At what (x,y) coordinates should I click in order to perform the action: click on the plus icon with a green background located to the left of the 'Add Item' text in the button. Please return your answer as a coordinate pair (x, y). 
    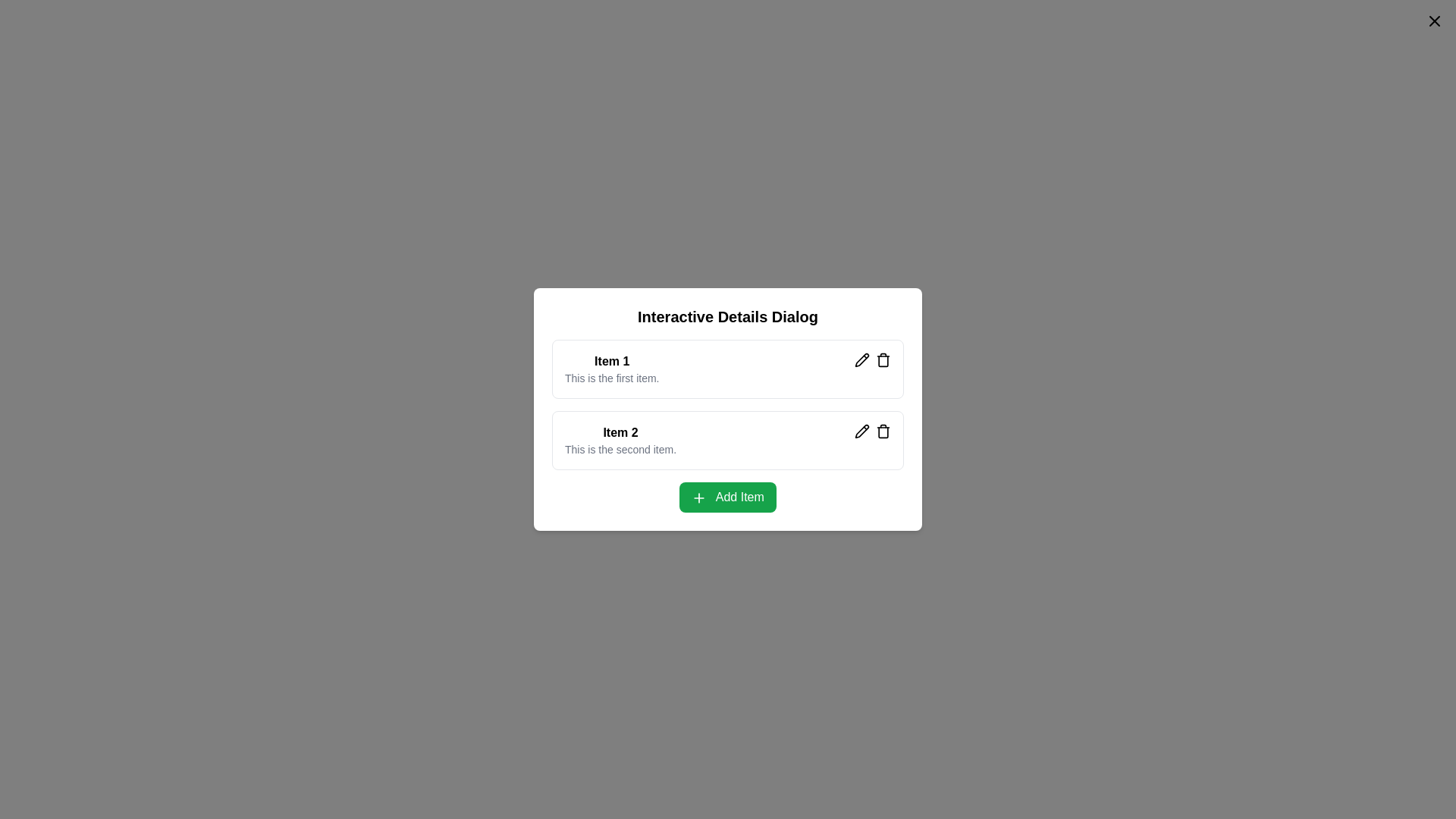
    Looking at the image, I should click on (698, 497).